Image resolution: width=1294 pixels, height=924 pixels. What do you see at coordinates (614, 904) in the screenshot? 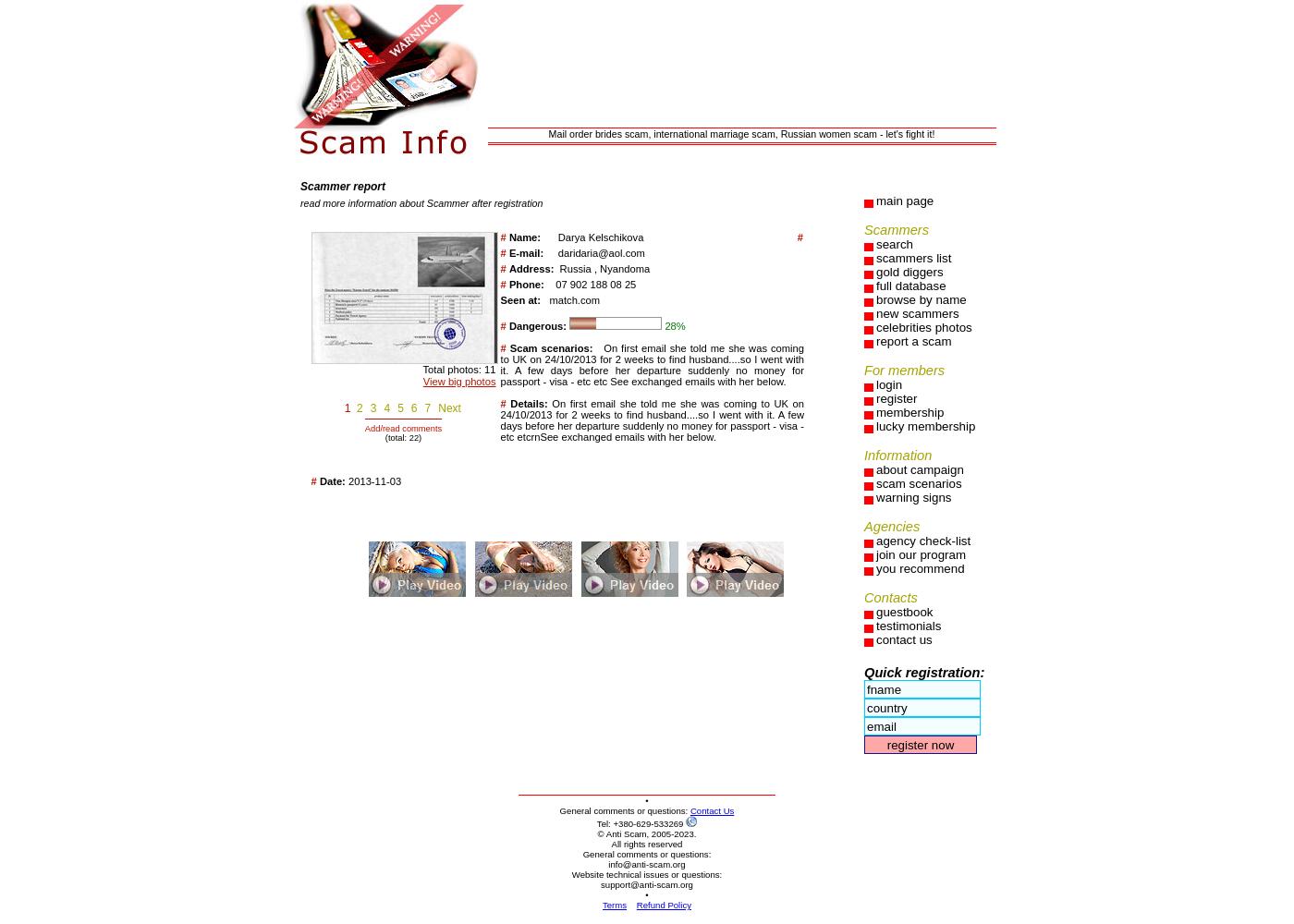
I see `'Terms'` at bounding box center [614, 904].